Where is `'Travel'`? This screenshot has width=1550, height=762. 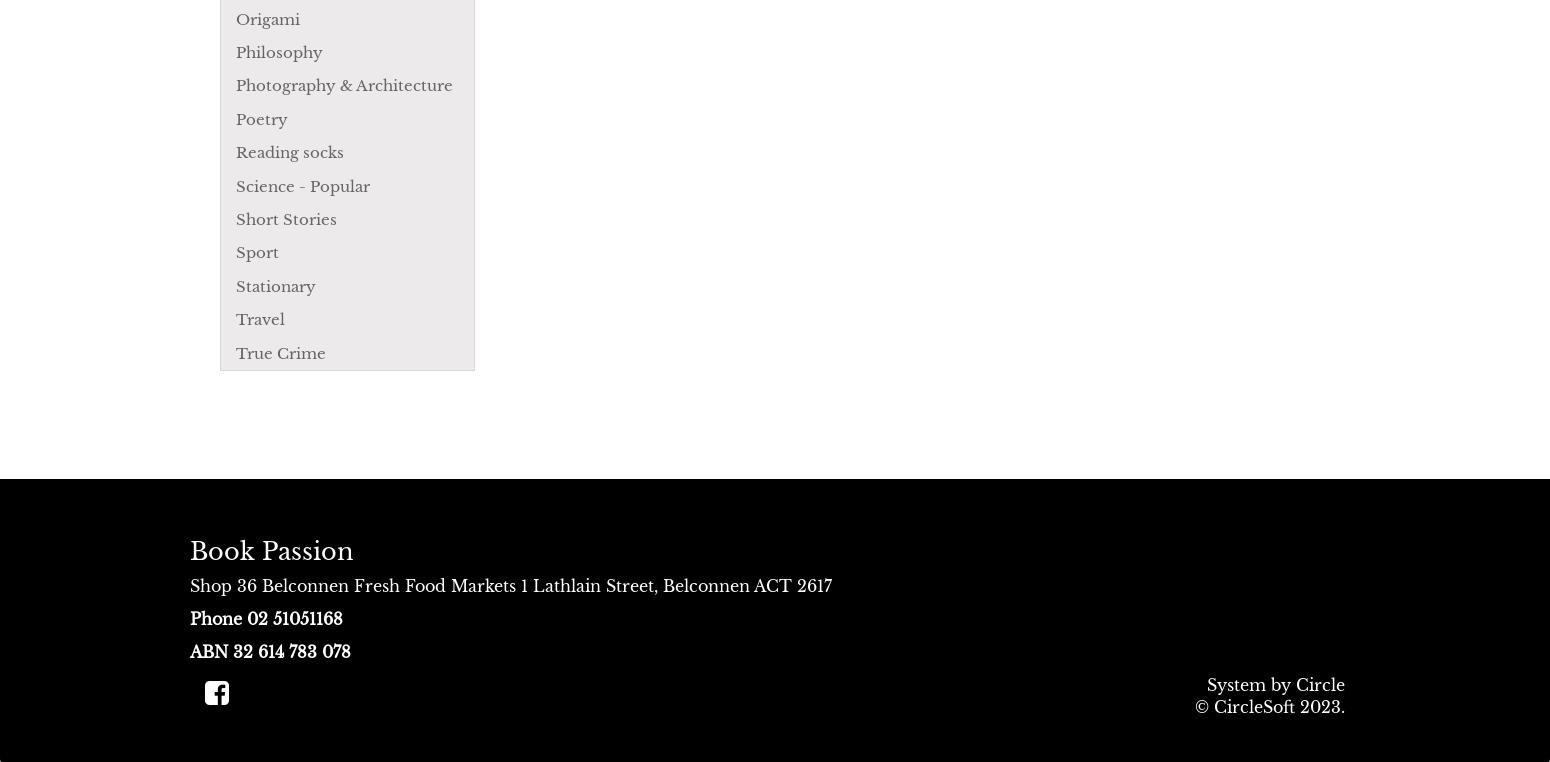 'Travel' is located at coordinates (260, 319).